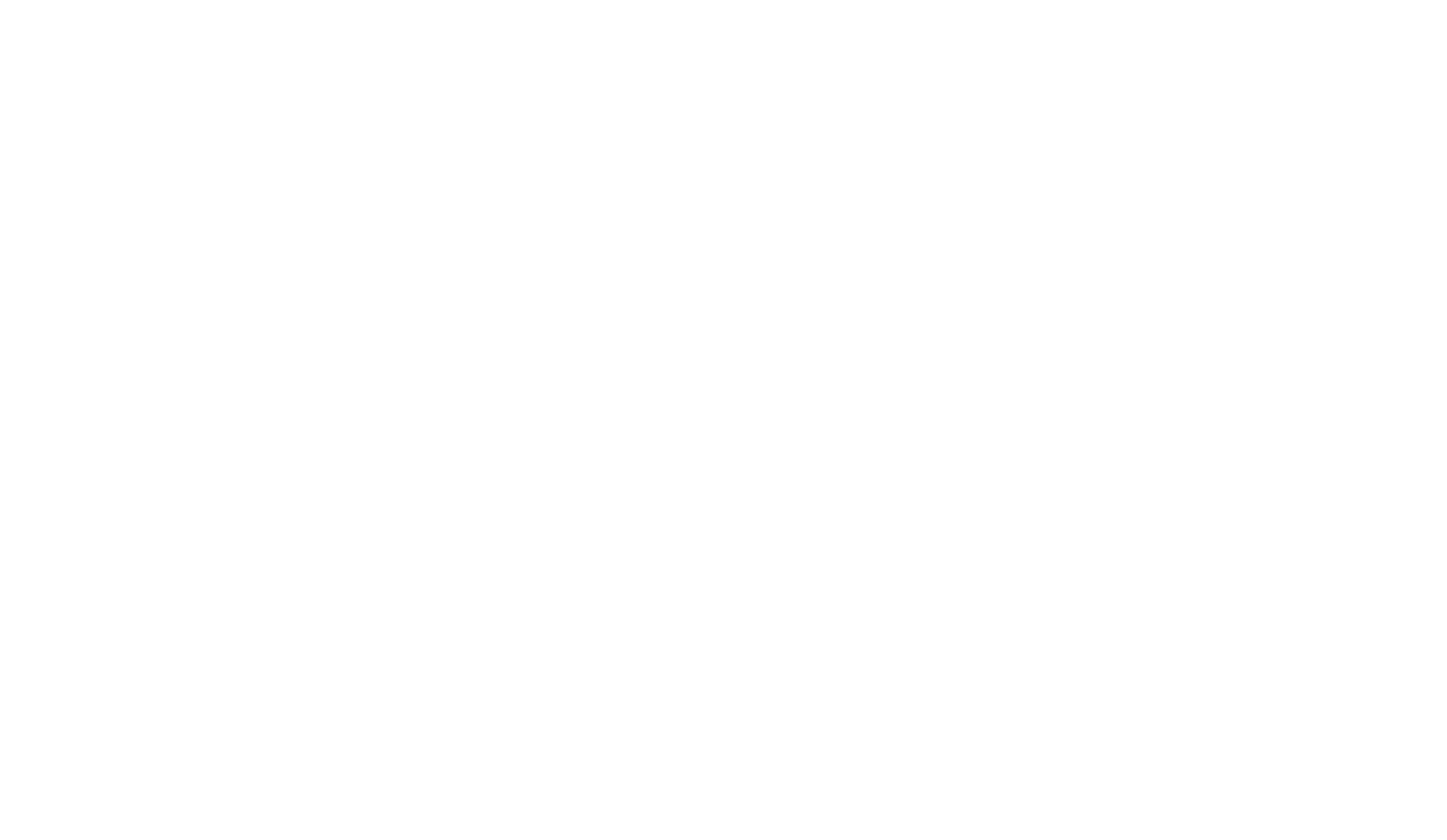 Image resolution: width=1447 pixels, height=840 pixels. Describe the element at coordinates (346, 504) in the screenshot. I see `'Porto'` at that location.